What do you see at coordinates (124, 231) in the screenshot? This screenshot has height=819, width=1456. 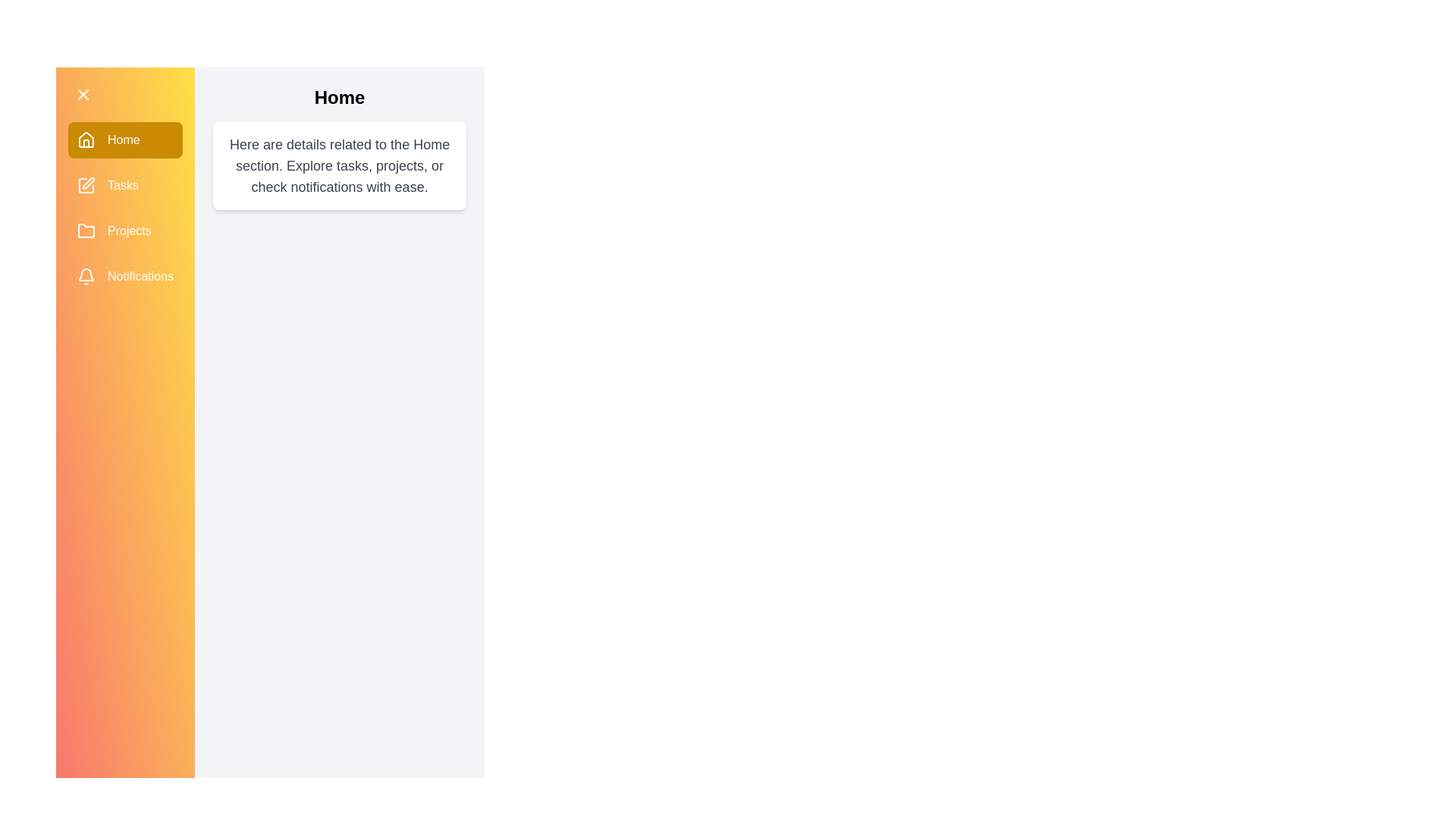 I see `the menu item labeled Projects` at bounding box center [124, 231].